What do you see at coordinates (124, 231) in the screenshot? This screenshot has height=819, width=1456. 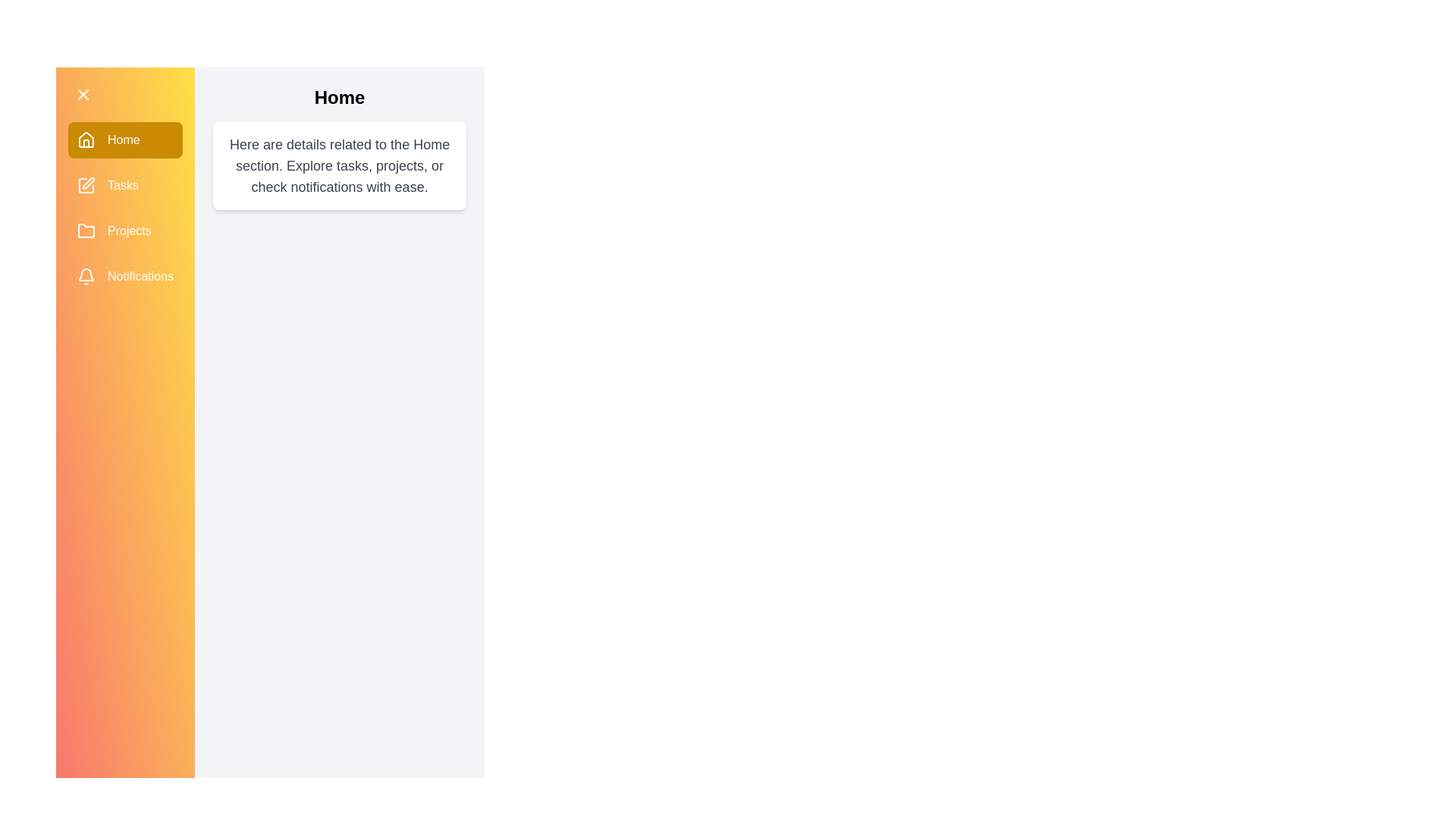 I see `the menu item labeled Projects` at bounding box center [124, 231].